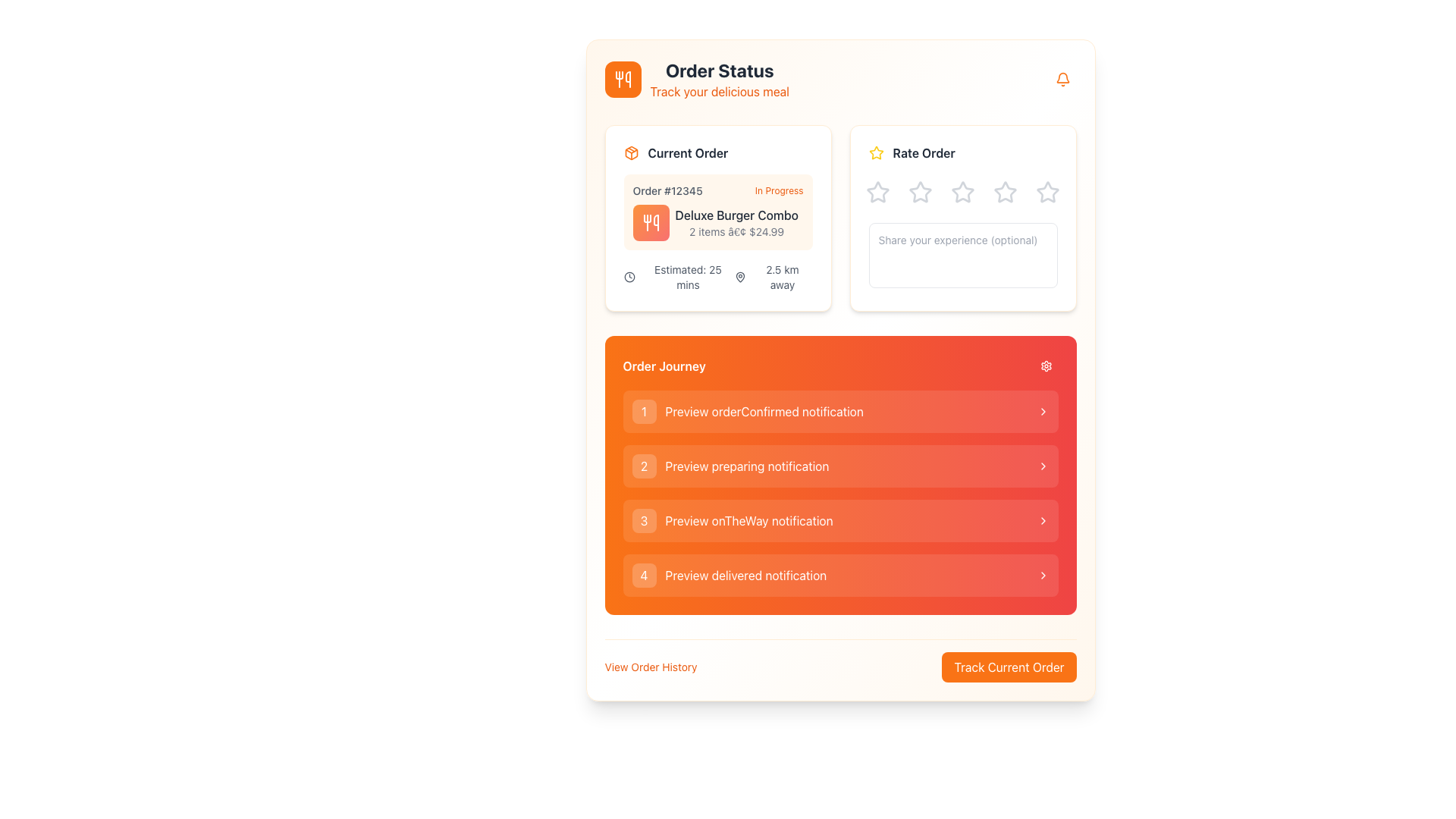 This screenshot has height=819, width=1456. What do you see at coordinates (920, 192) in the screenshot?
I see `the second star-shaped rating icon, outlined with a gray border, to confirm a 2-star rating` at bounding box center [920, 192].